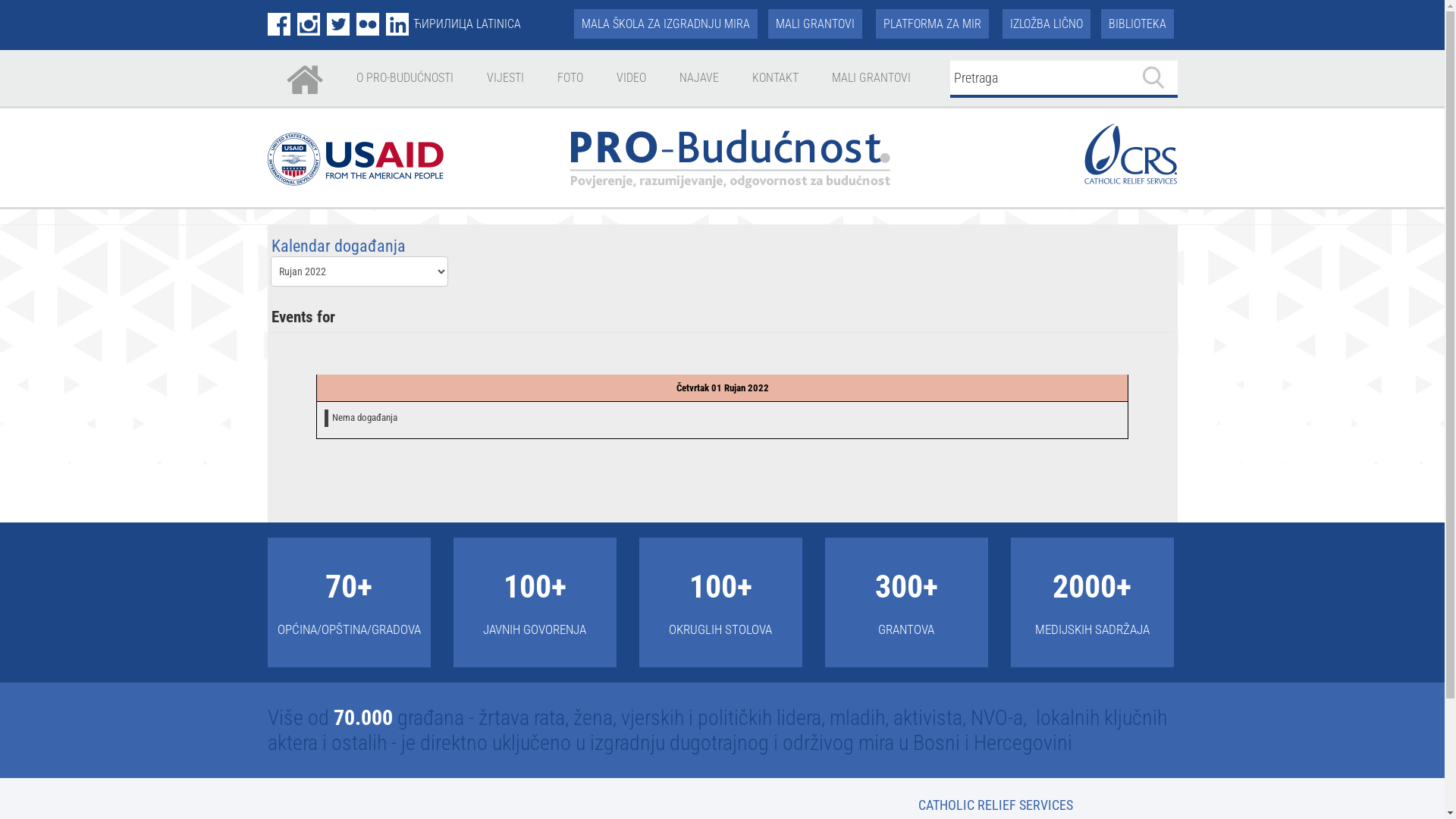 The image size is (1456, 819). Describe the element at coordinates (814, 24) in the screenshot. I see `'MALI GRANTOVI'` at that location.